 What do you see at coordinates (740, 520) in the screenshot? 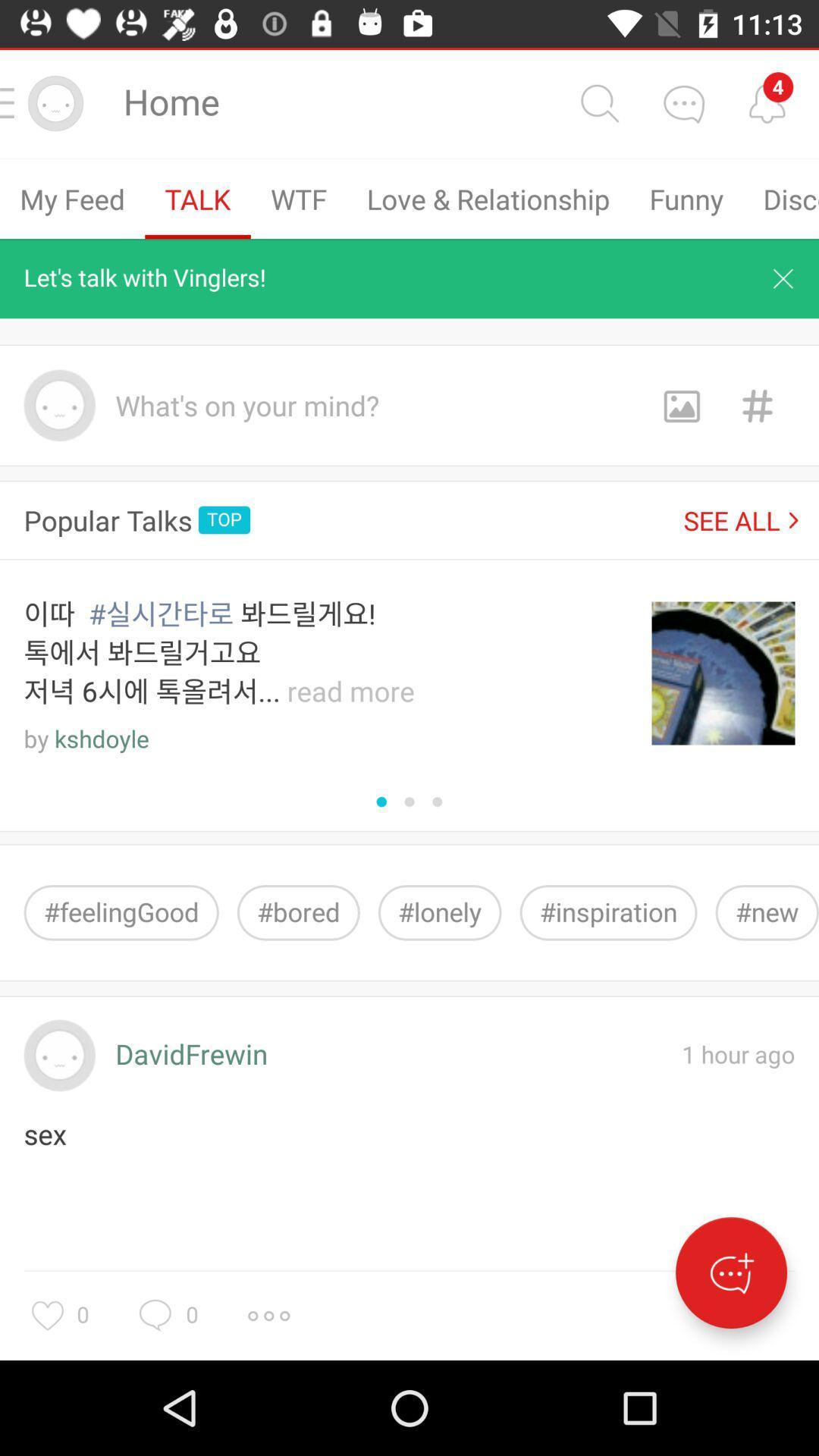
I see `see all icon` at bounding box center [740, 520].